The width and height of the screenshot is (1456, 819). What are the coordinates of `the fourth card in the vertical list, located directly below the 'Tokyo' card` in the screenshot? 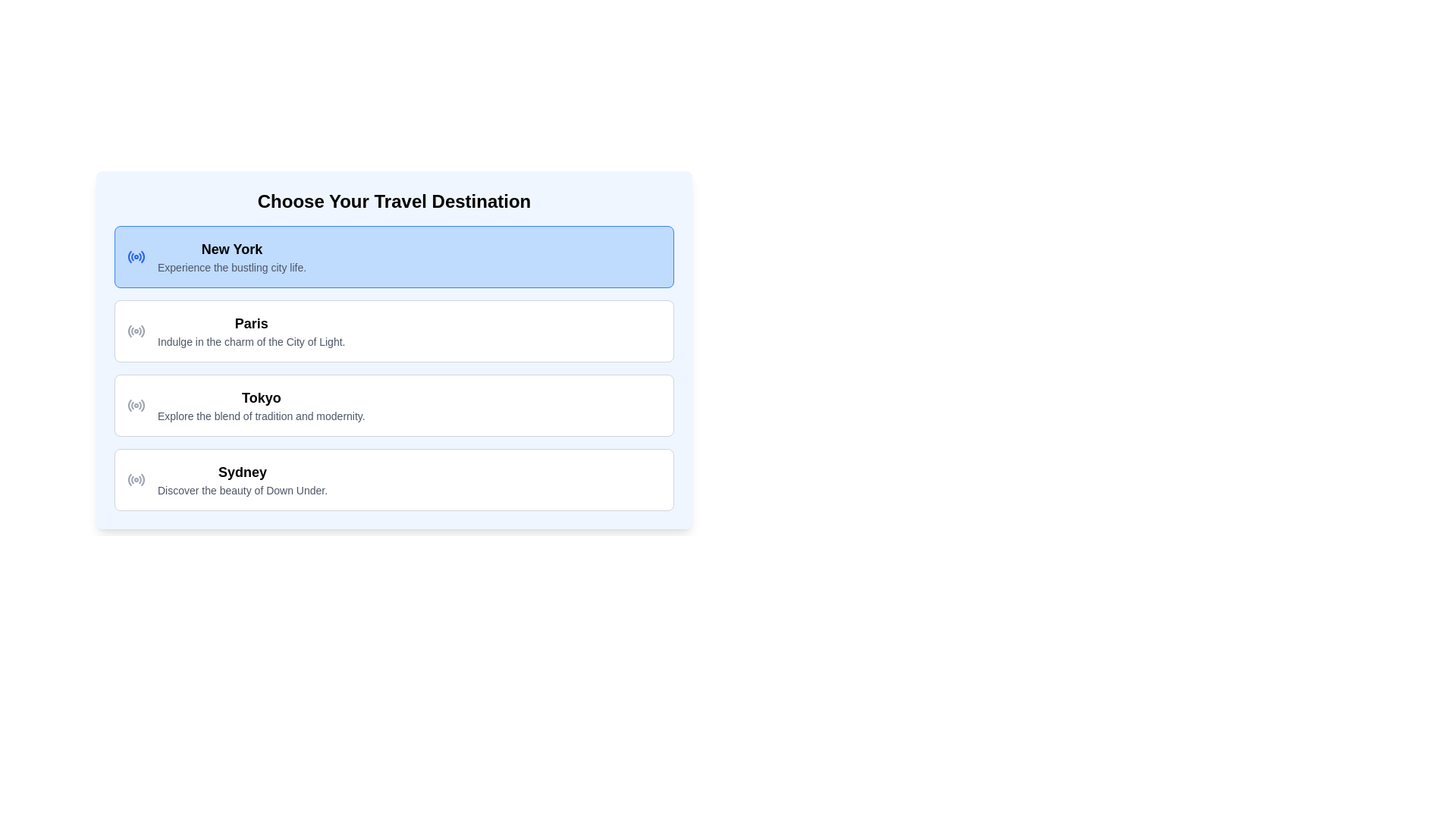 It's located at (394, 479).